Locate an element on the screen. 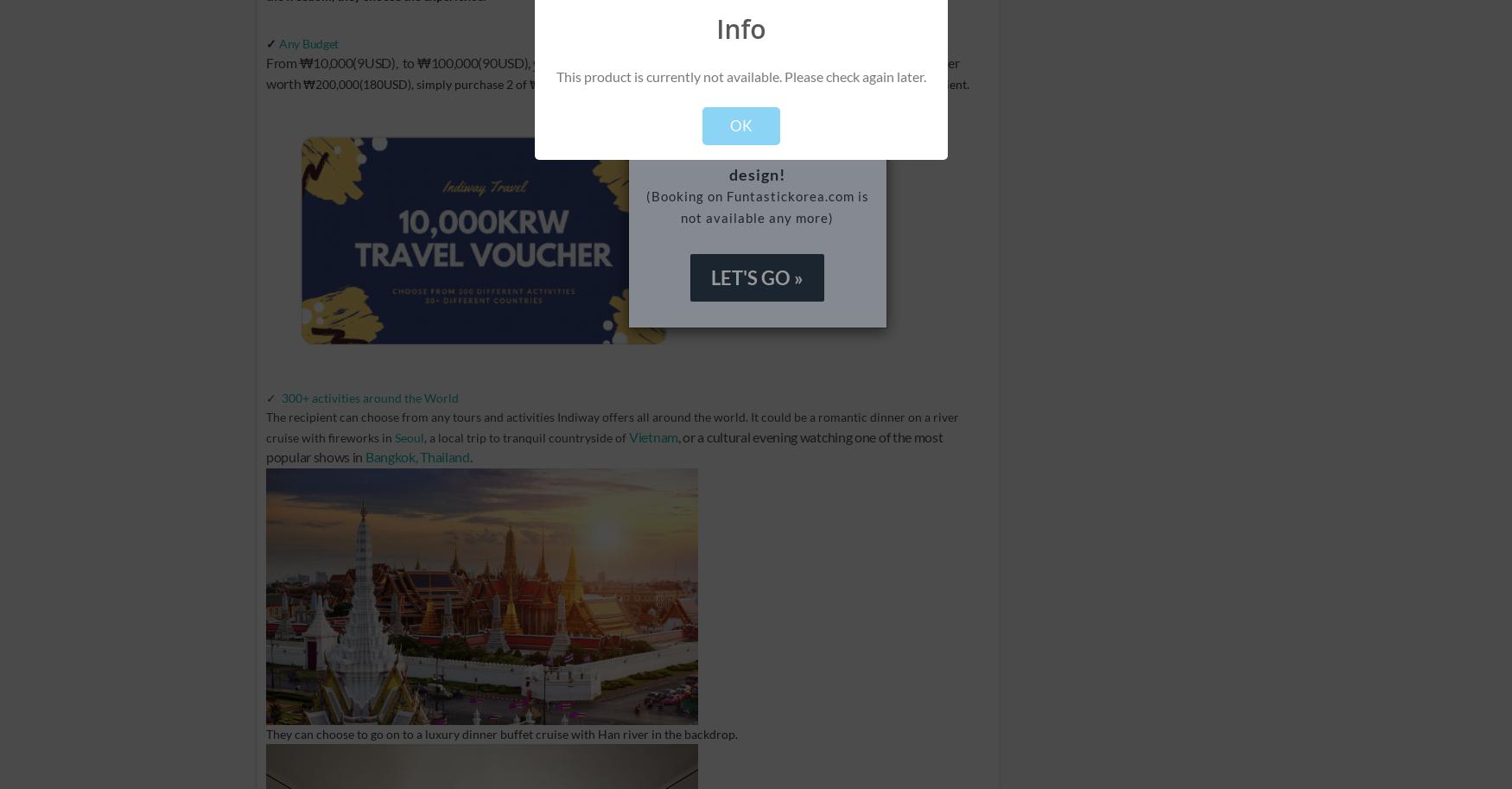  'Vietnam' is located at coordinates (652, 436).